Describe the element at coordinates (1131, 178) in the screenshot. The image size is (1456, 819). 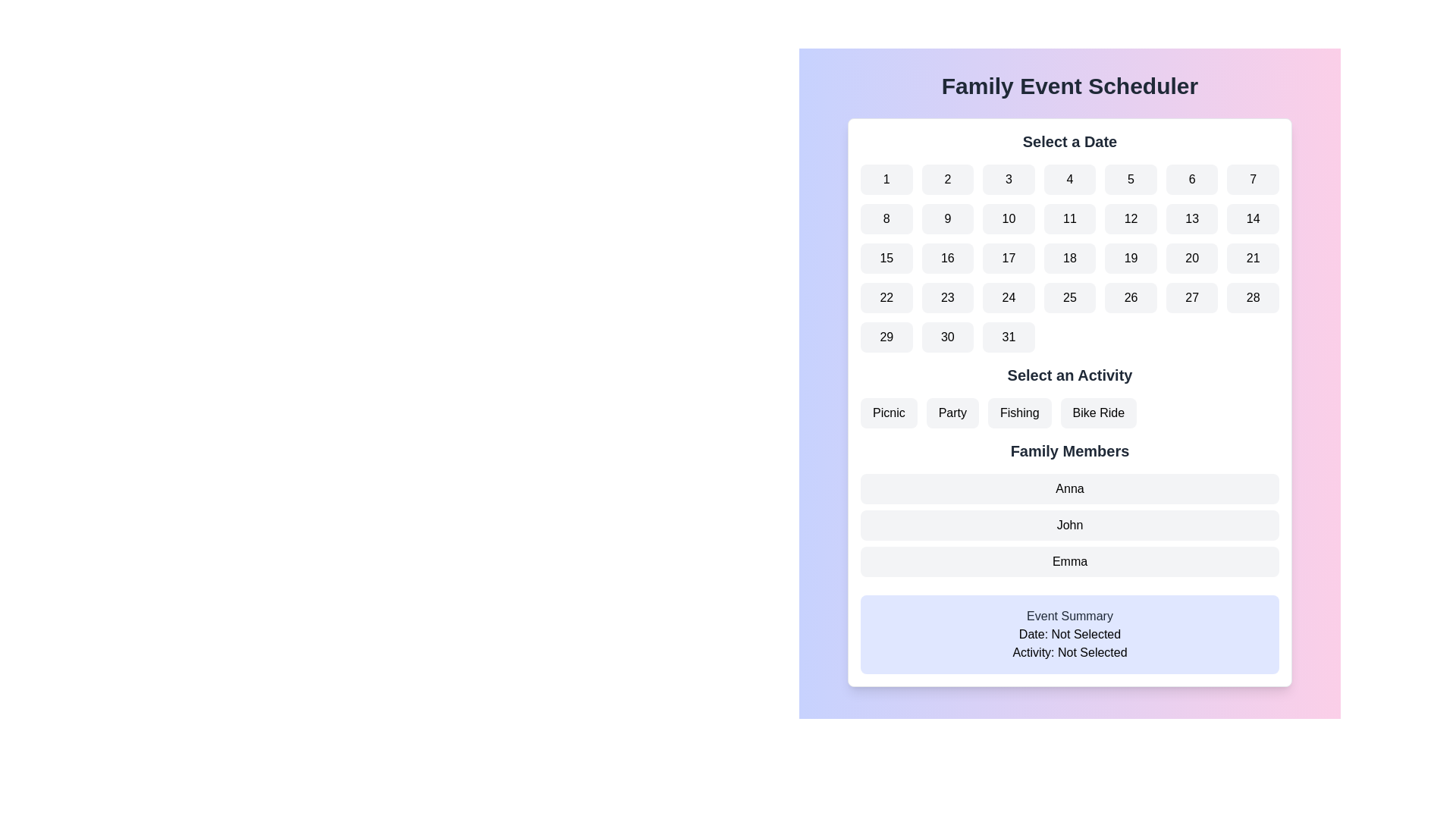
I see `the date selection button for '5' located in the first row, fifth column of the grid under the 'Select a Date' heading` at that location.